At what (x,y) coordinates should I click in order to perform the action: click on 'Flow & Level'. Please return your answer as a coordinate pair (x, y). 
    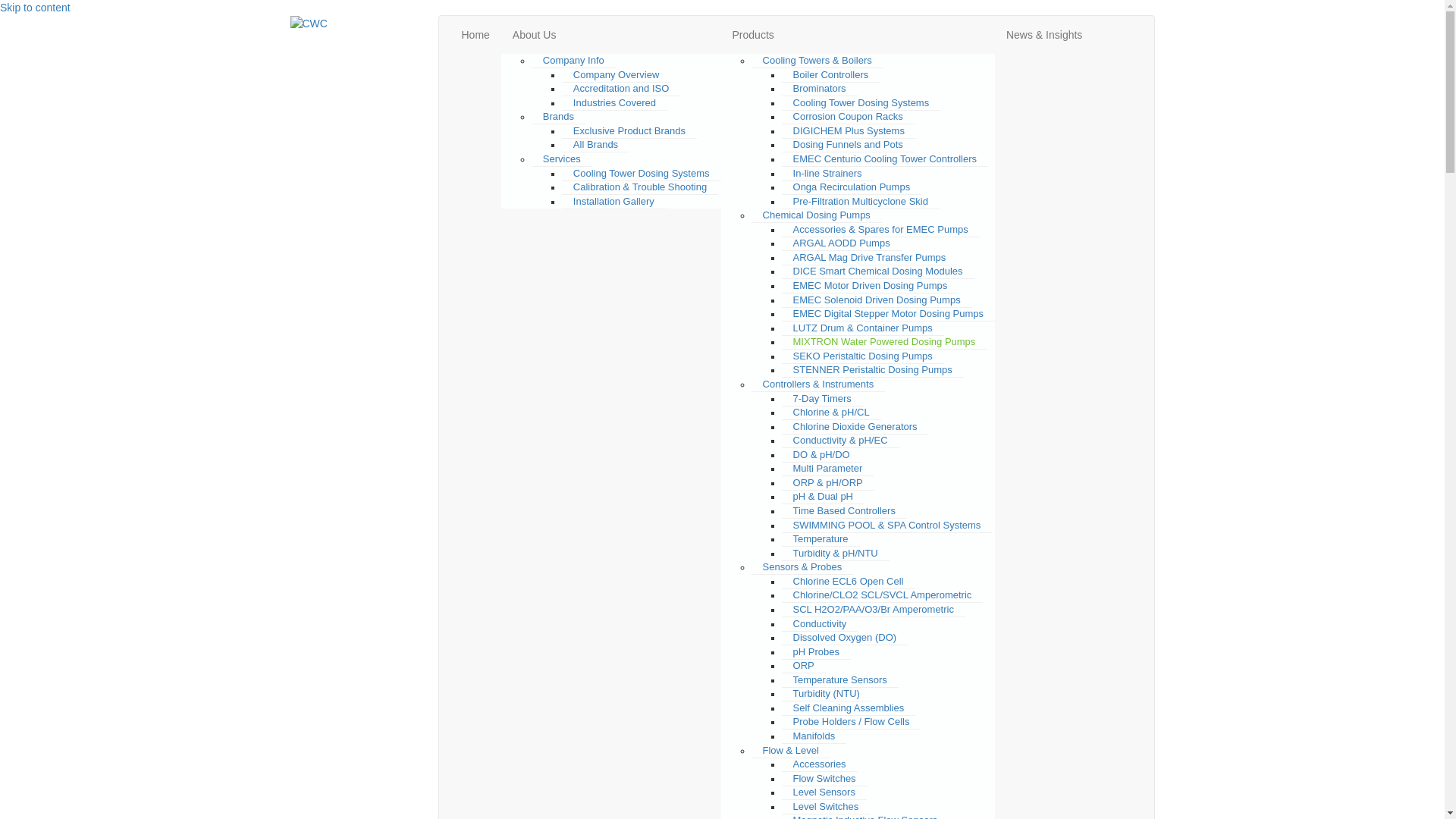
    Looking at the image, I should click on (789, 751).